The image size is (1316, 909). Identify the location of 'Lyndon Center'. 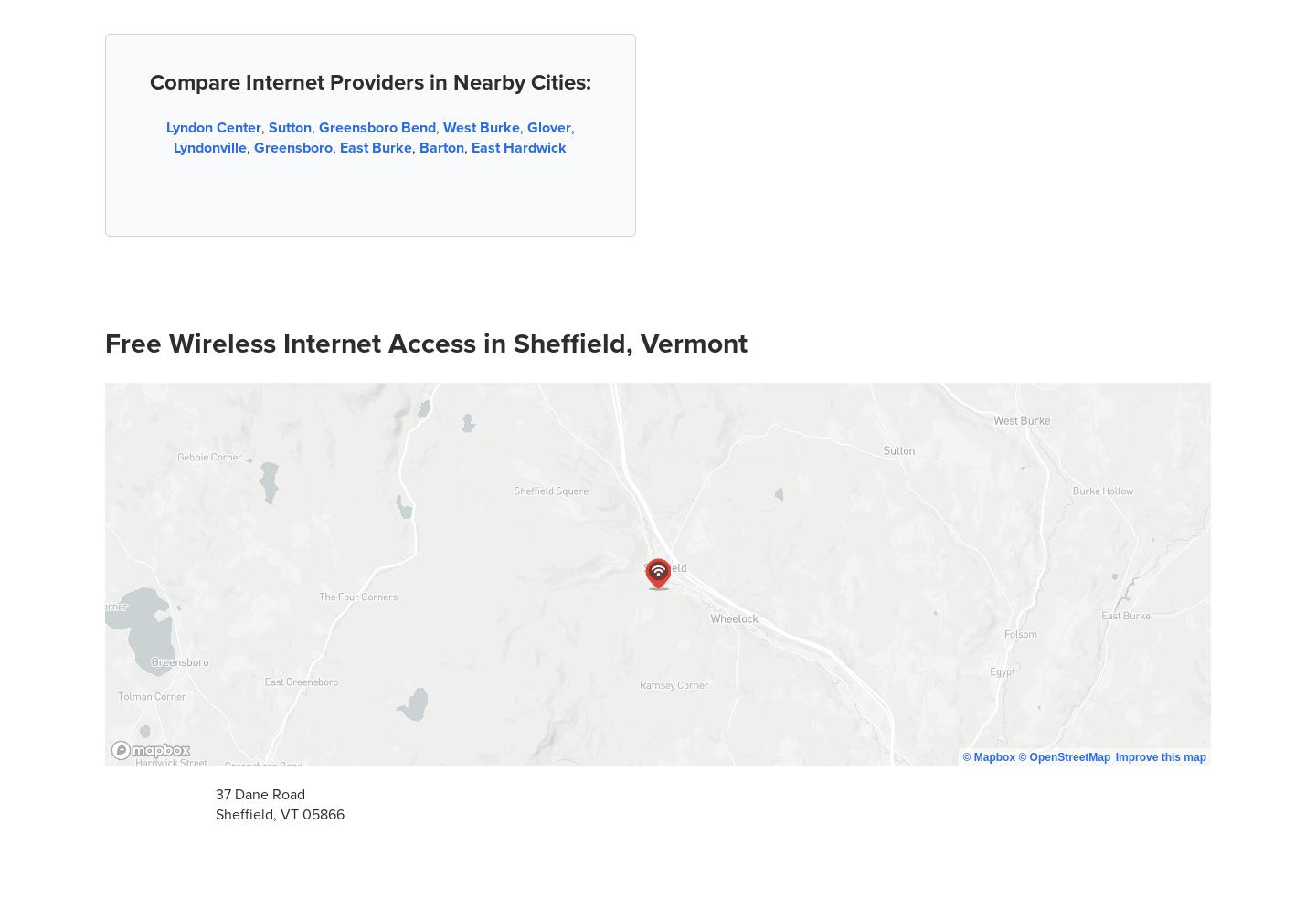
(165, 126).